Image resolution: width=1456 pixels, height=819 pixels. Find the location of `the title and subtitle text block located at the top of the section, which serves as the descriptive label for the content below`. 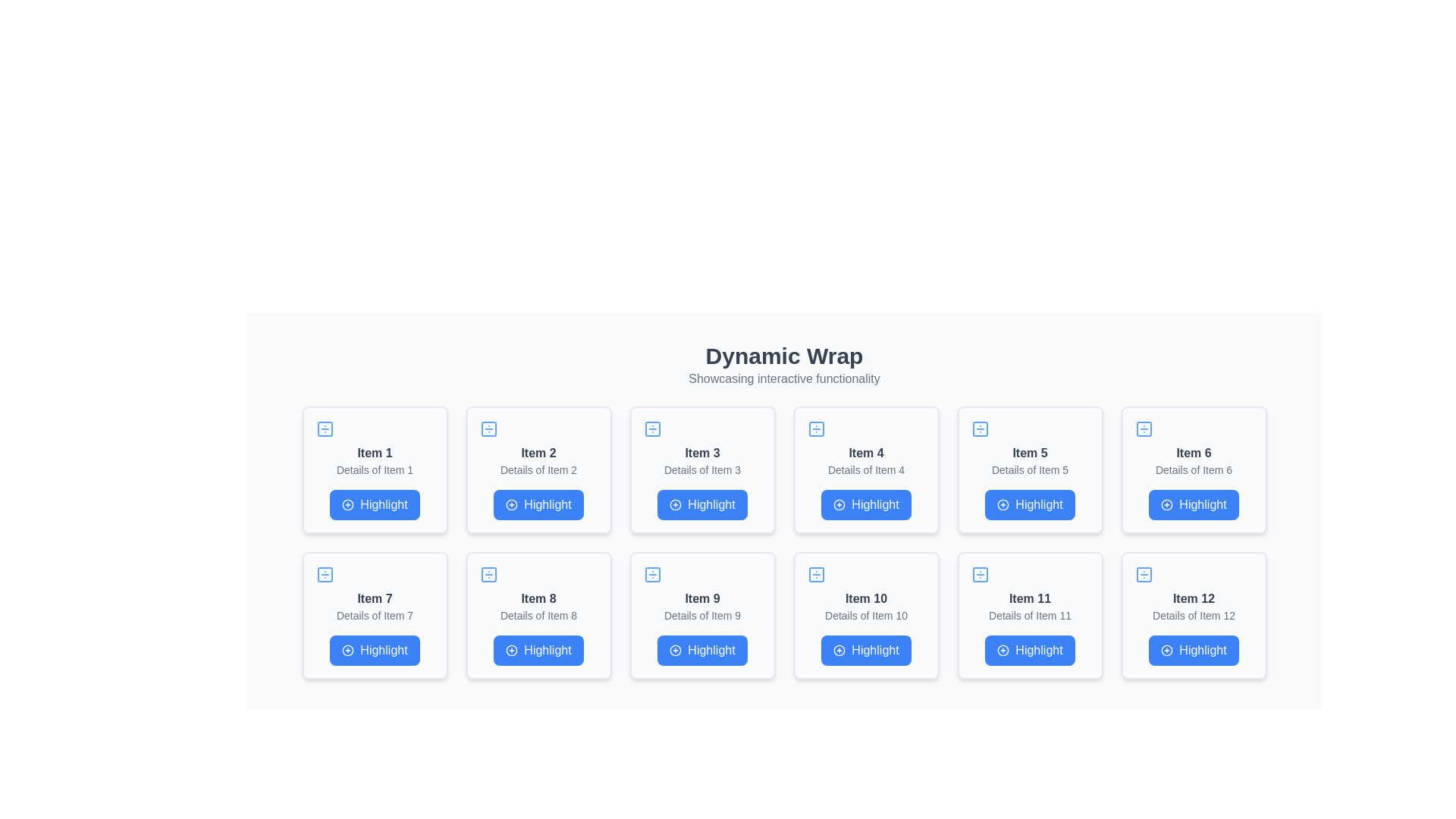

the title and subtitle text block located at the top of the section, which serves as the descriptive label for the content below is located at coordinates (784, 366).